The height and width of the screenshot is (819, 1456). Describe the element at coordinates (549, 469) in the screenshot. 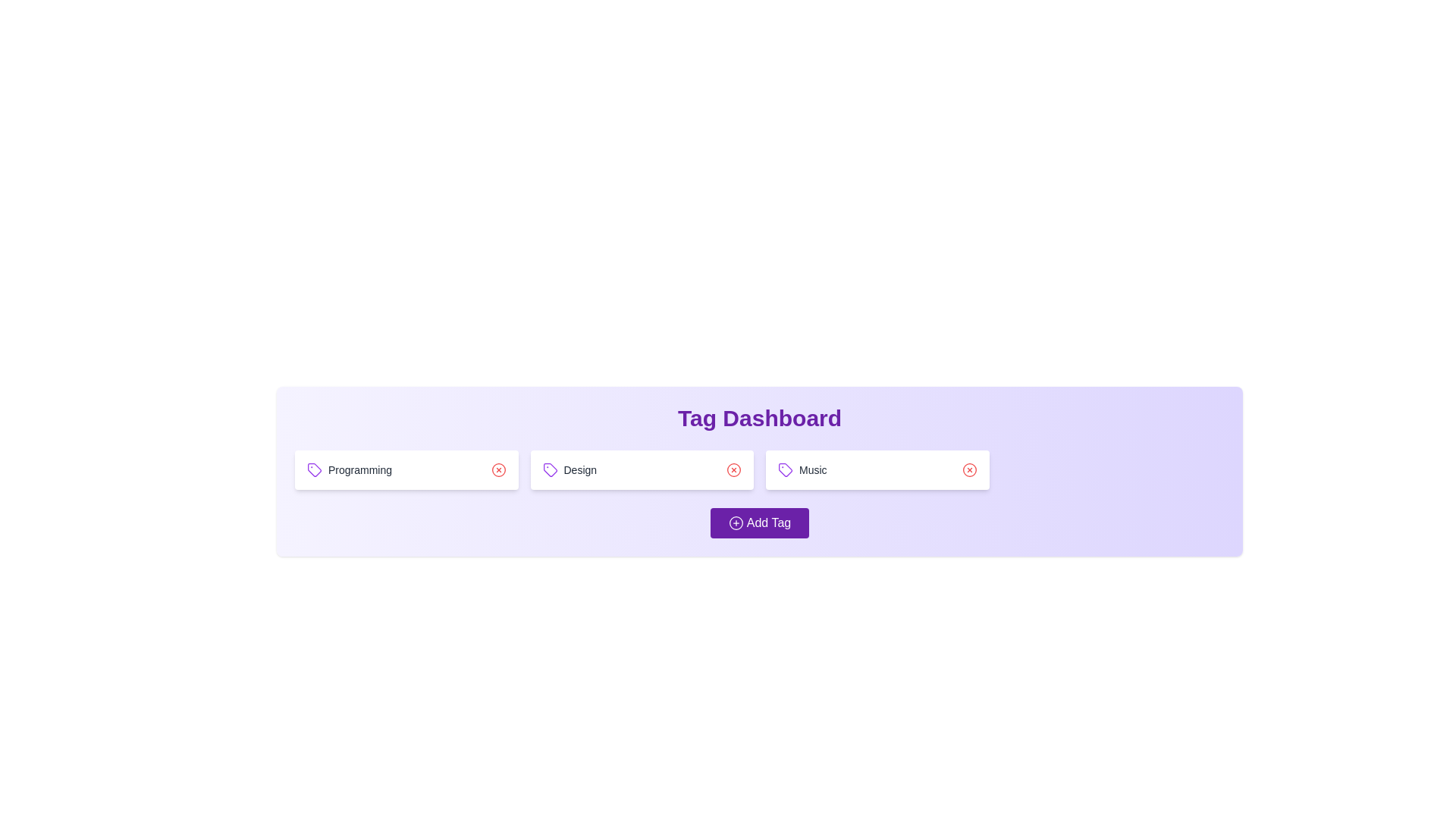

I see `the decorative SVG icon in the second label box from the left under the 'Tag Dashboard' header` at that location.